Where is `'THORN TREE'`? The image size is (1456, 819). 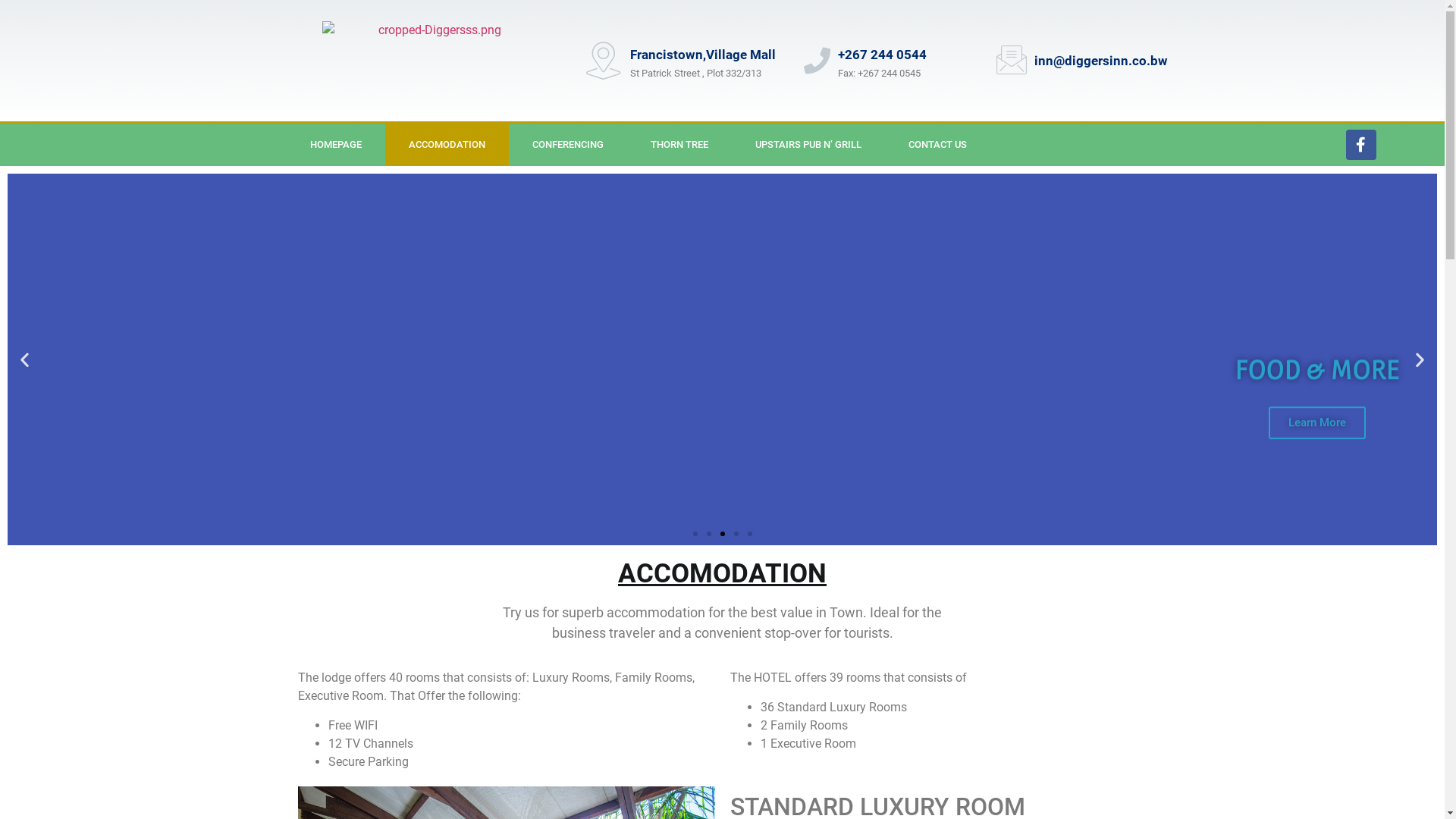
'THORN TREE' is located at coordinates (679, 145).